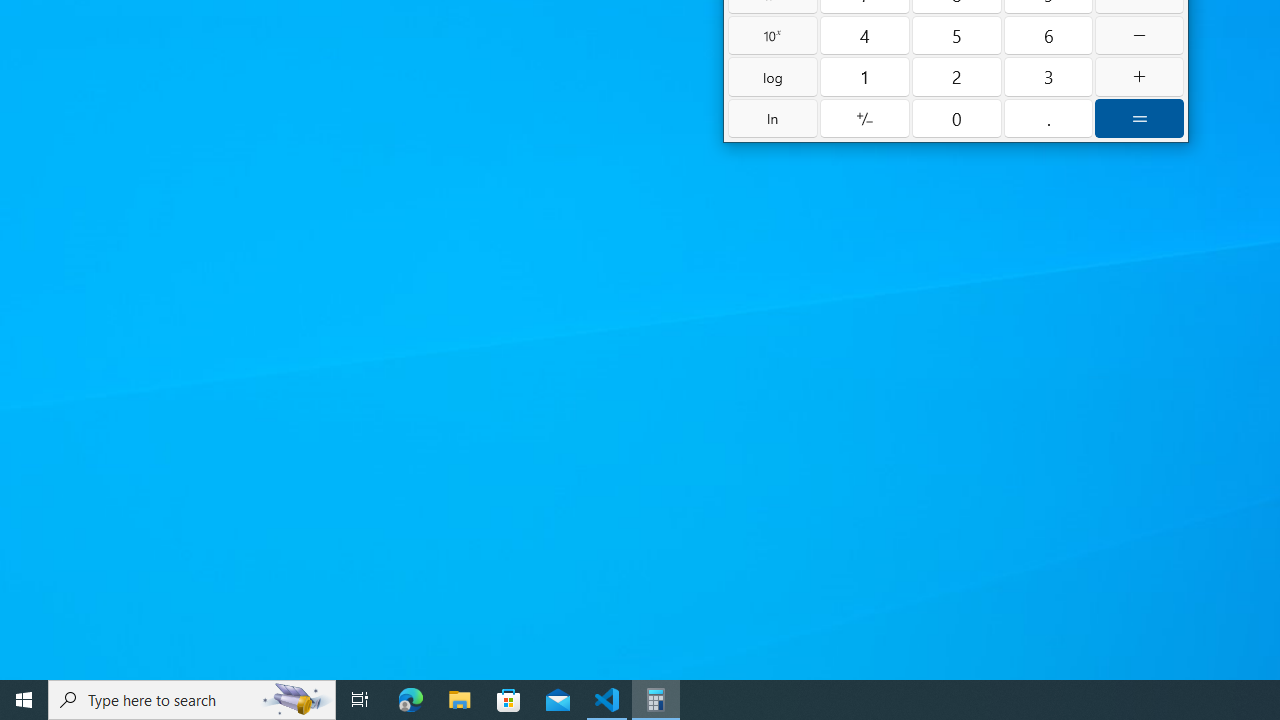 This screenshot has height=720, width=1280. I want to click on 'Minus', so click(1139, 35).